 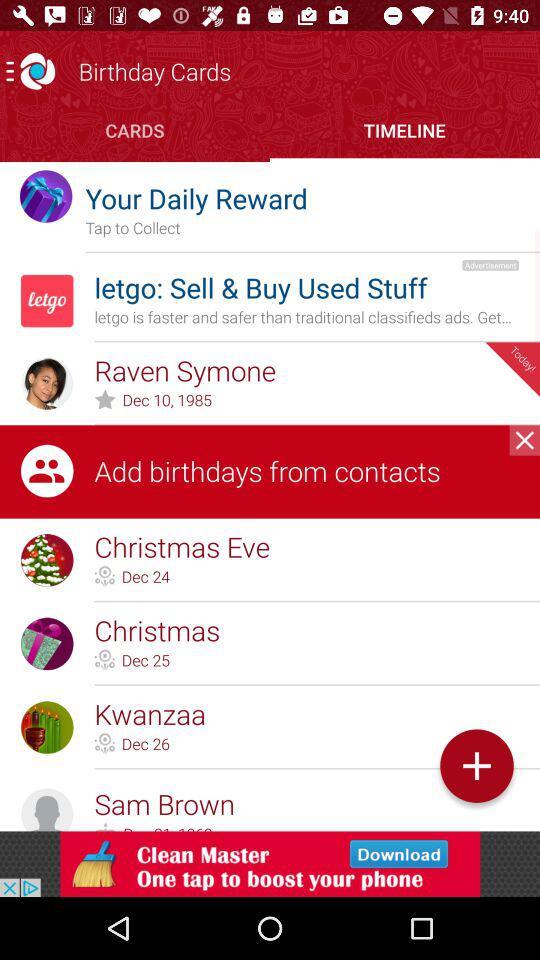 I want to click on advertisement page, so click(x=270, y=863).